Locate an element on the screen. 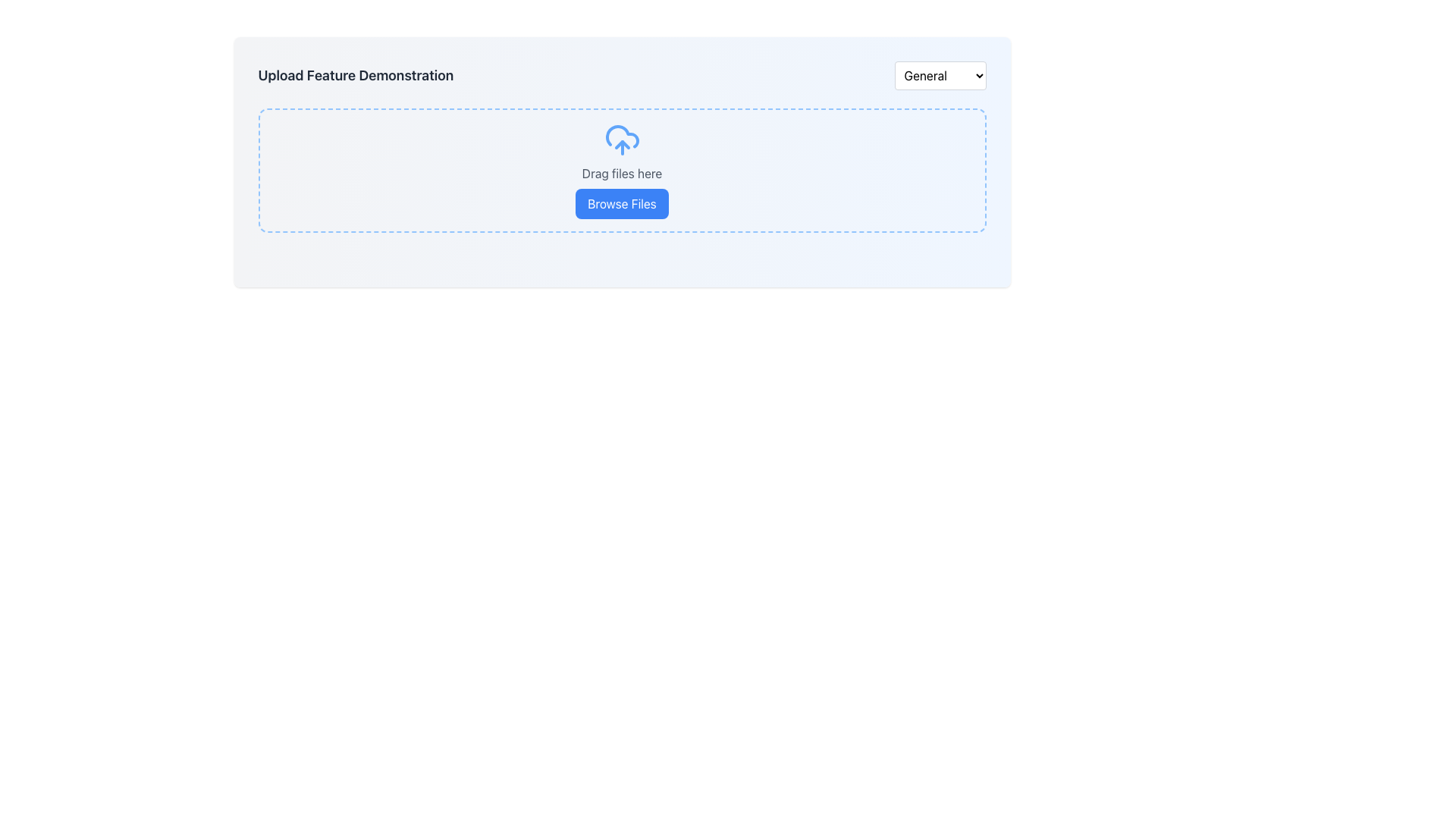 This screenshot has width=1456, height=819. the rectangular button with a blue background labeled 'Browse Files' to change its shade, located below the text 'Drag files here' is located at coordinates (622, 203).